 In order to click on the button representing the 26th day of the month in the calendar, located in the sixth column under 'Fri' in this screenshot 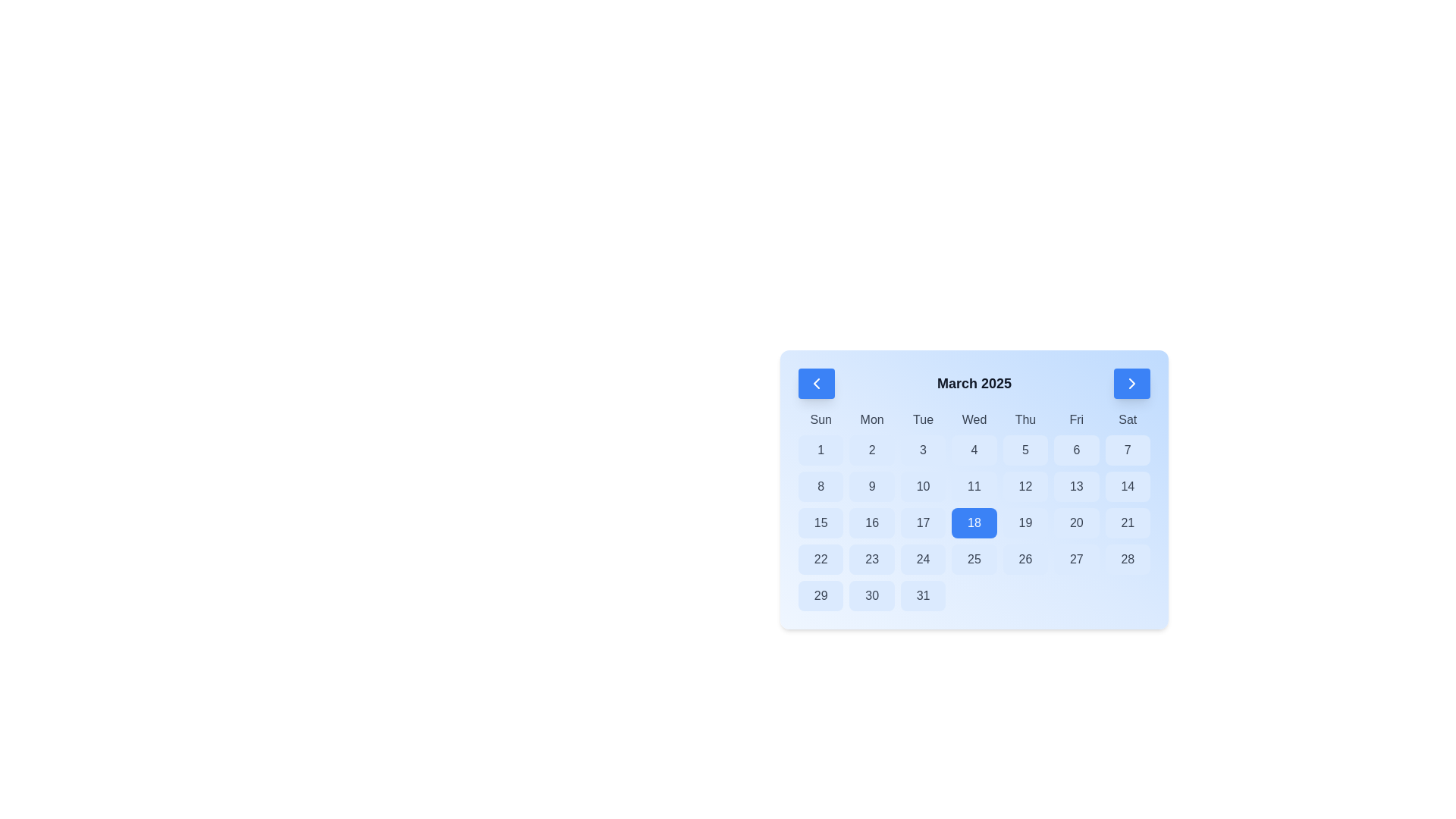, I will do `click(1025, 559)`.